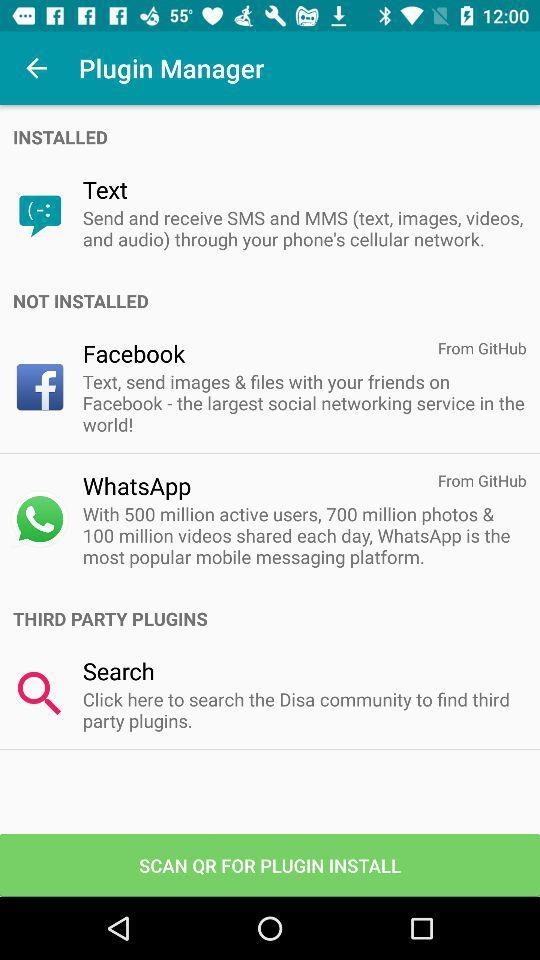 This screenshot has width=540, height=960. Describe the element at coordinates (303, 534) in the screenshot. I see `icon below the whatsapp icon` at that location.